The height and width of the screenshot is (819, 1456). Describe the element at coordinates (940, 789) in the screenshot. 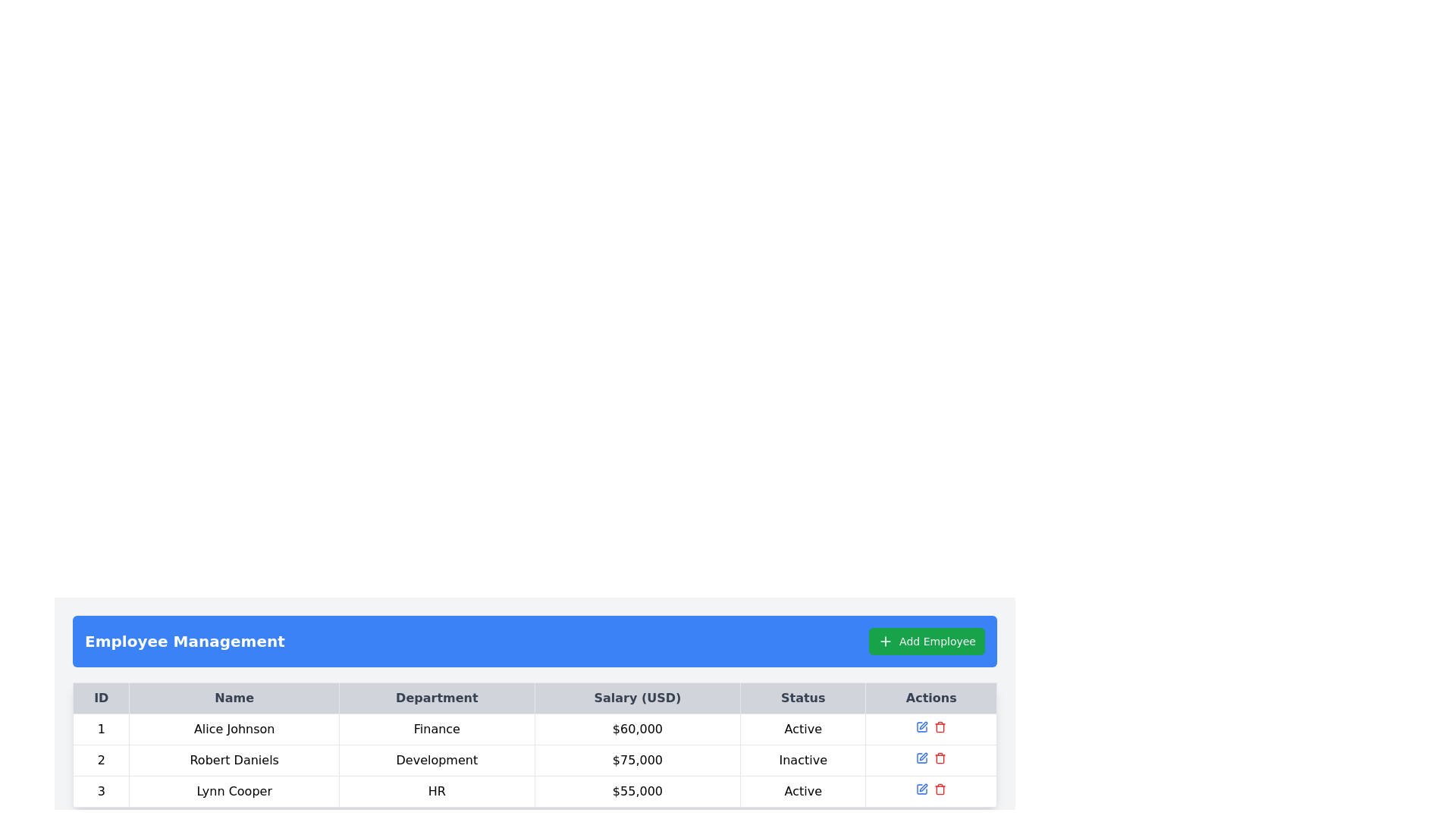

I see `the red trash bin icon in the 'Actions' column of the last row of the table` at that location.